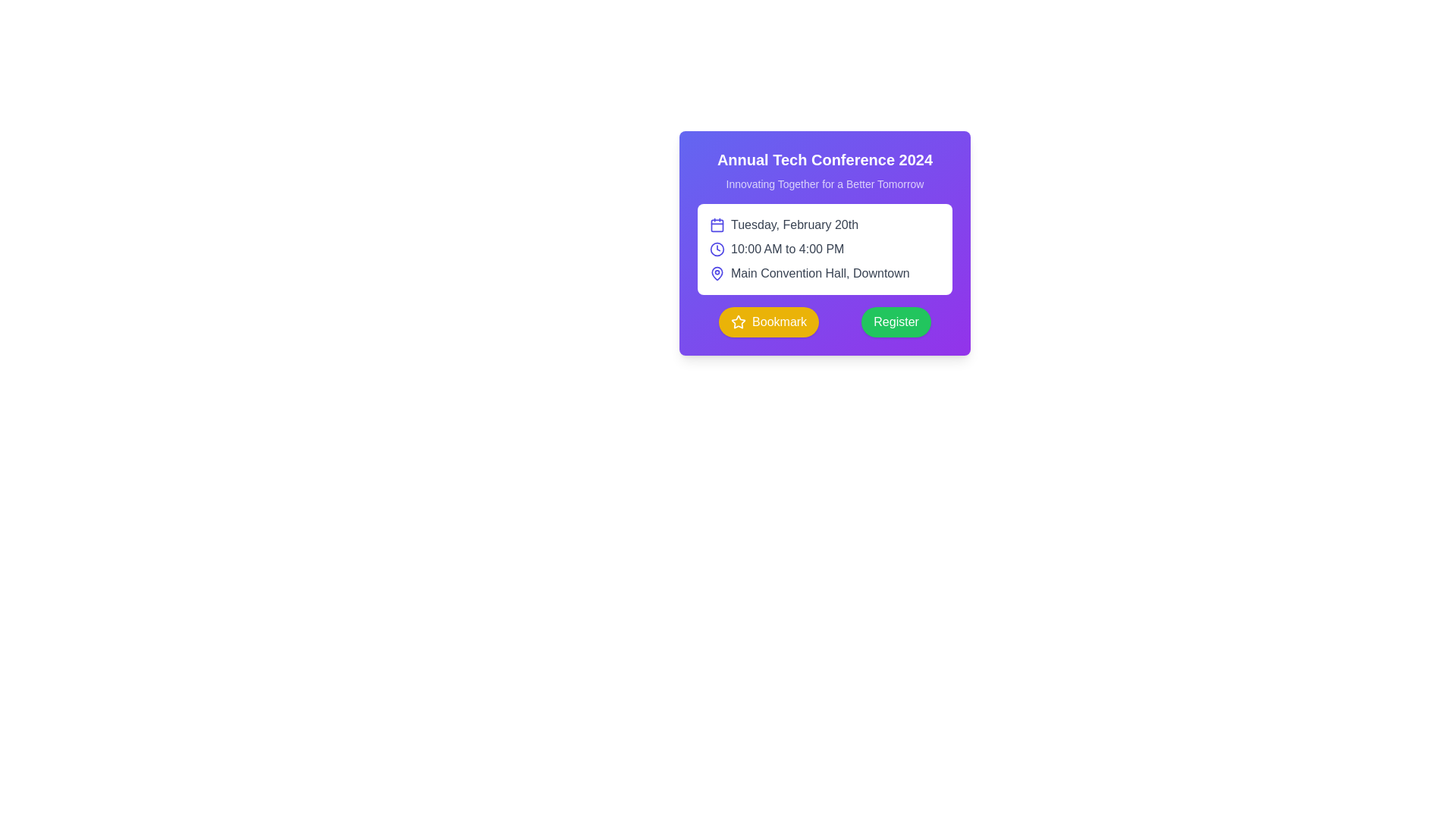 The height and width of the screenshot is (819, 1456). Describe the element at coordinates (739, 321) in the screenshot. I see `the visual styling of the star icon with rounded edges, which is filled in yellow and located within the 'Bookmark' button towards the lower left of the card interface` at that location.